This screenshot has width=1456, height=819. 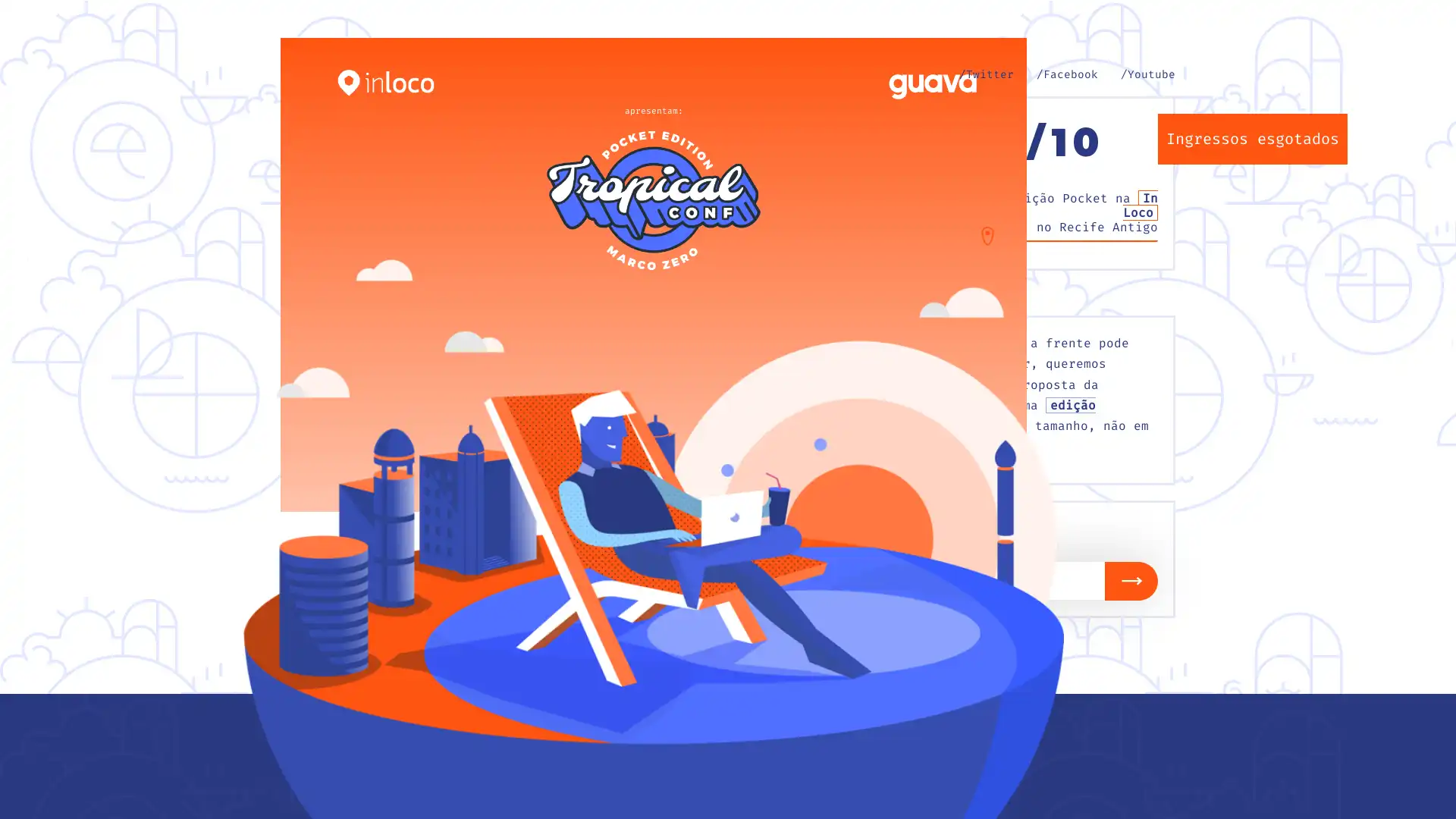 What do you see at coordinates (1131, 580) in the screenshot?
I see `Botao de enviar com icone de seta` at bounding box center [1131, 580].